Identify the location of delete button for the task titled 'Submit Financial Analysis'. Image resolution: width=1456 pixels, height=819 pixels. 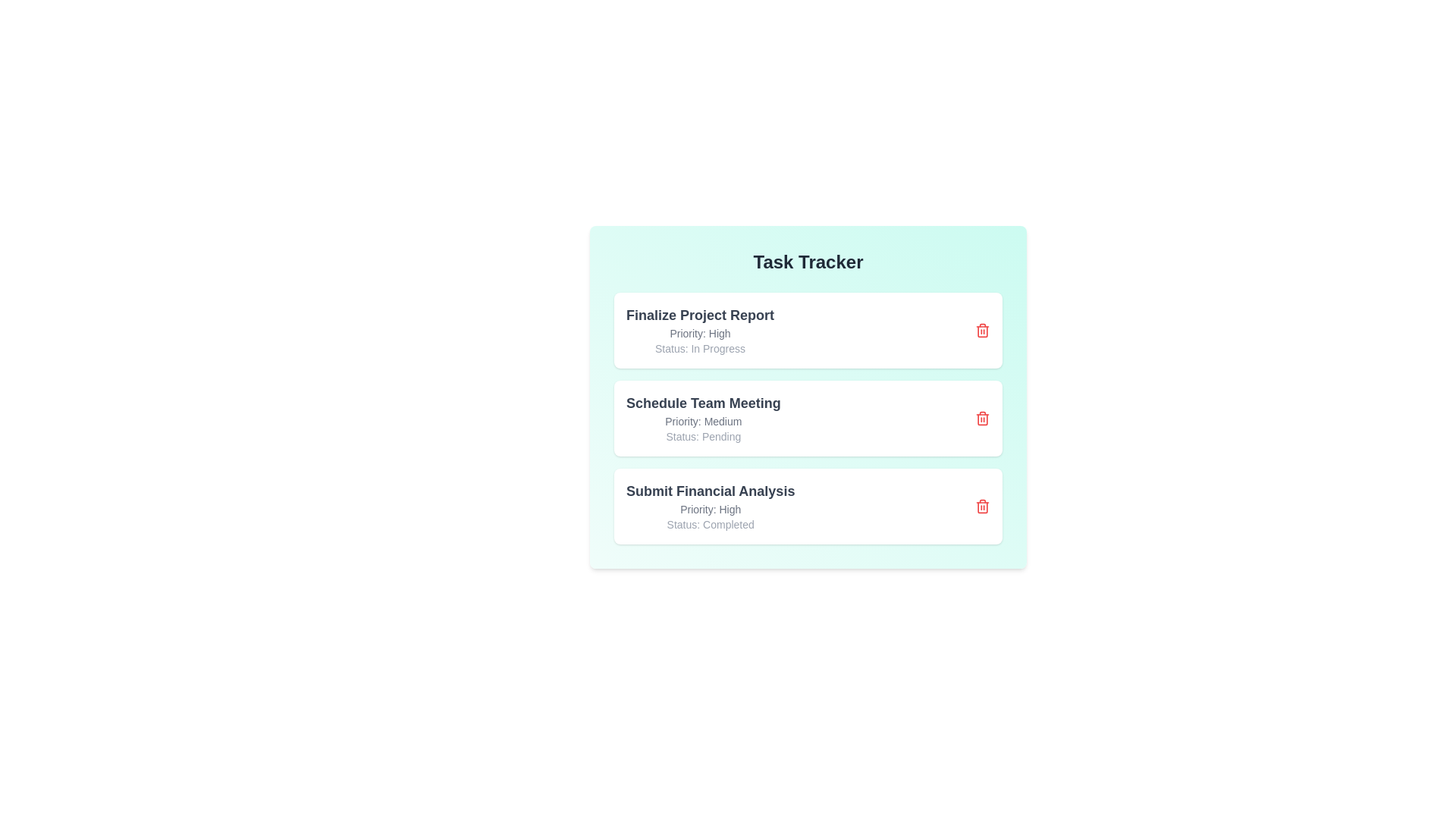
(983, 506).